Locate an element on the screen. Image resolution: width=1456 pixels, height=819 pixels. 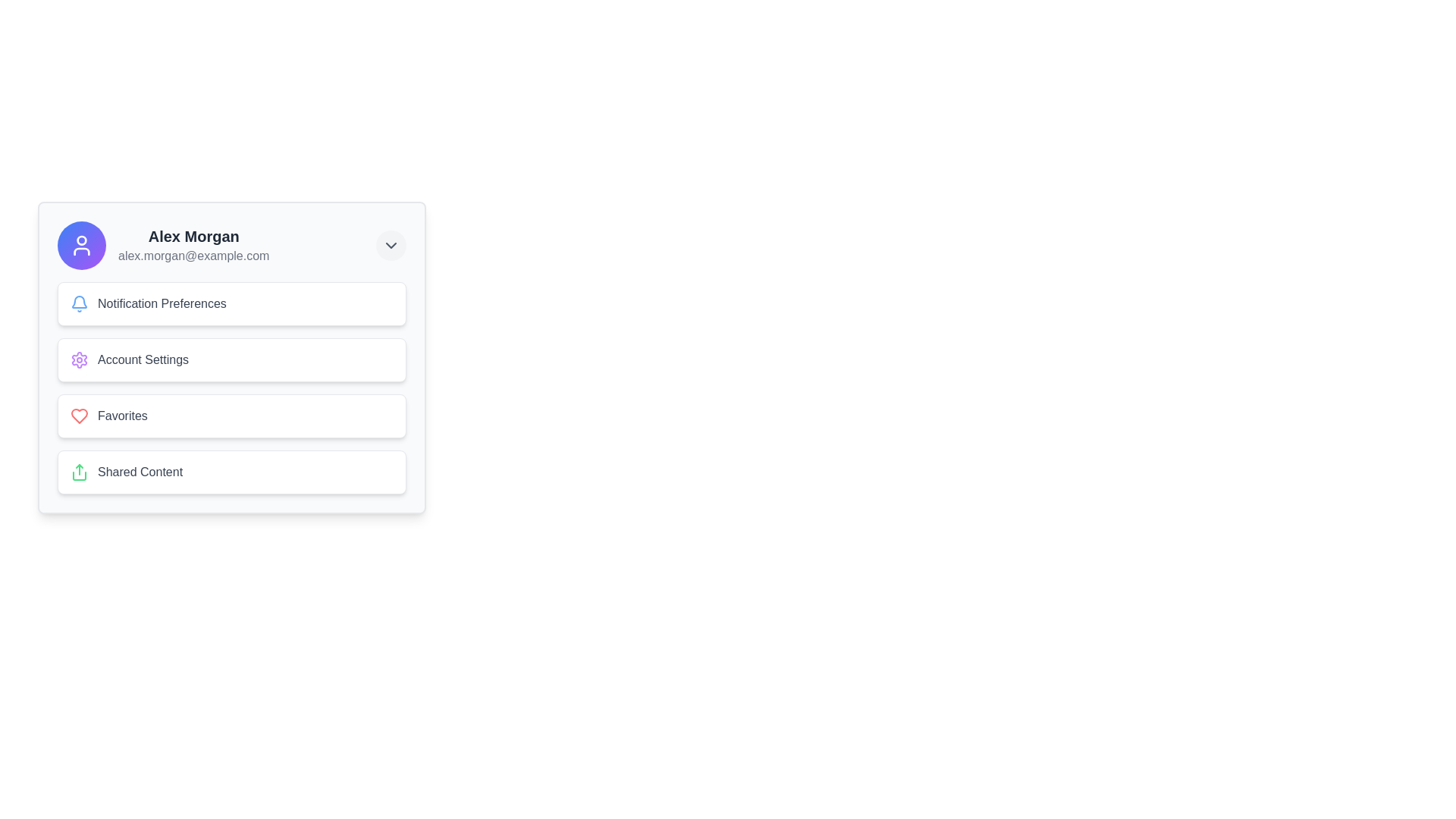
the bell icon representing 'Notification Preferences' located to the left of the text in the settings menu is located at coordinates (79, 304).